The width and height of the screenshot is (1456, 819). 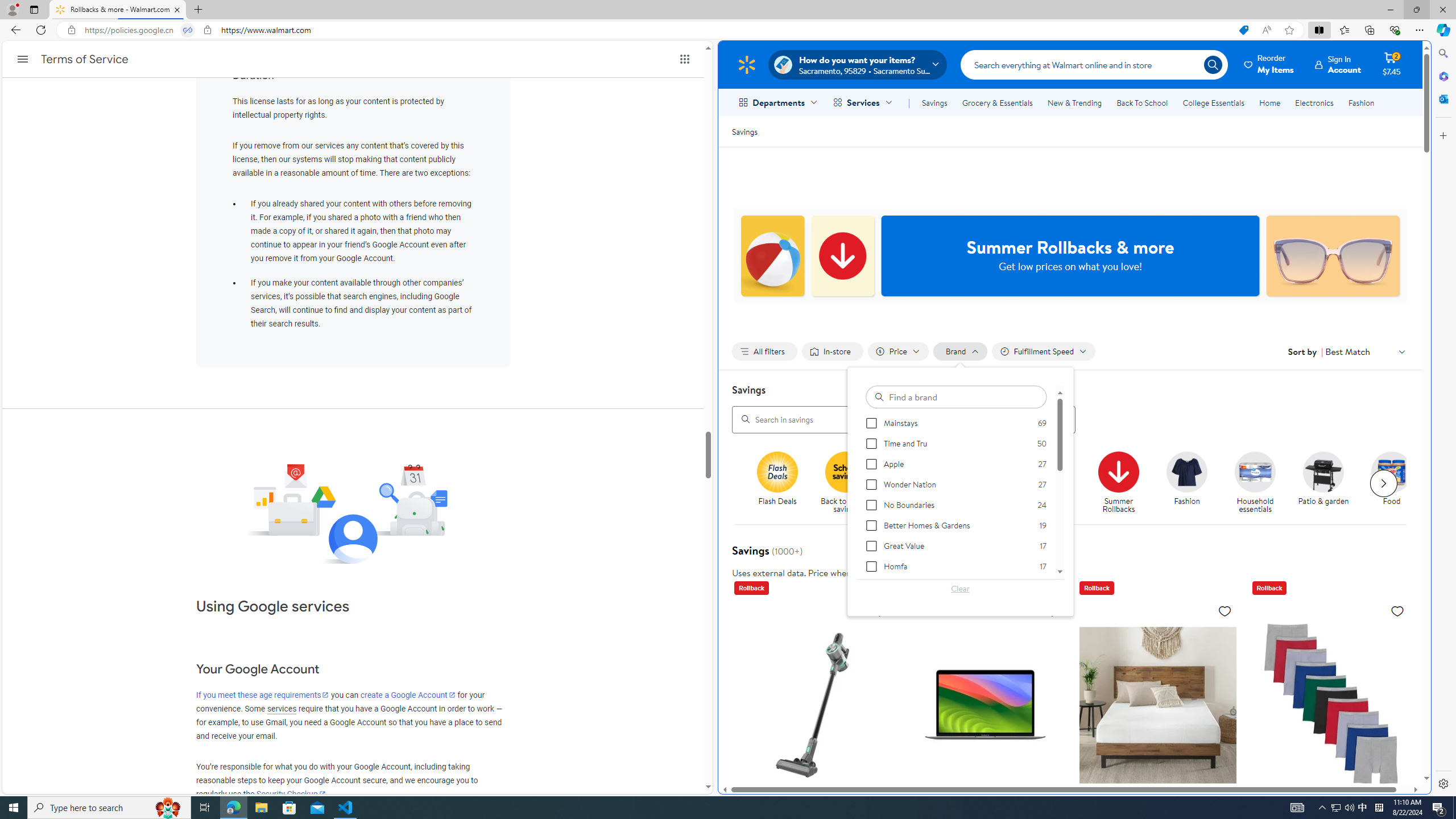 I want to click on 'Hanes Men', so click(x=1330, y=704).